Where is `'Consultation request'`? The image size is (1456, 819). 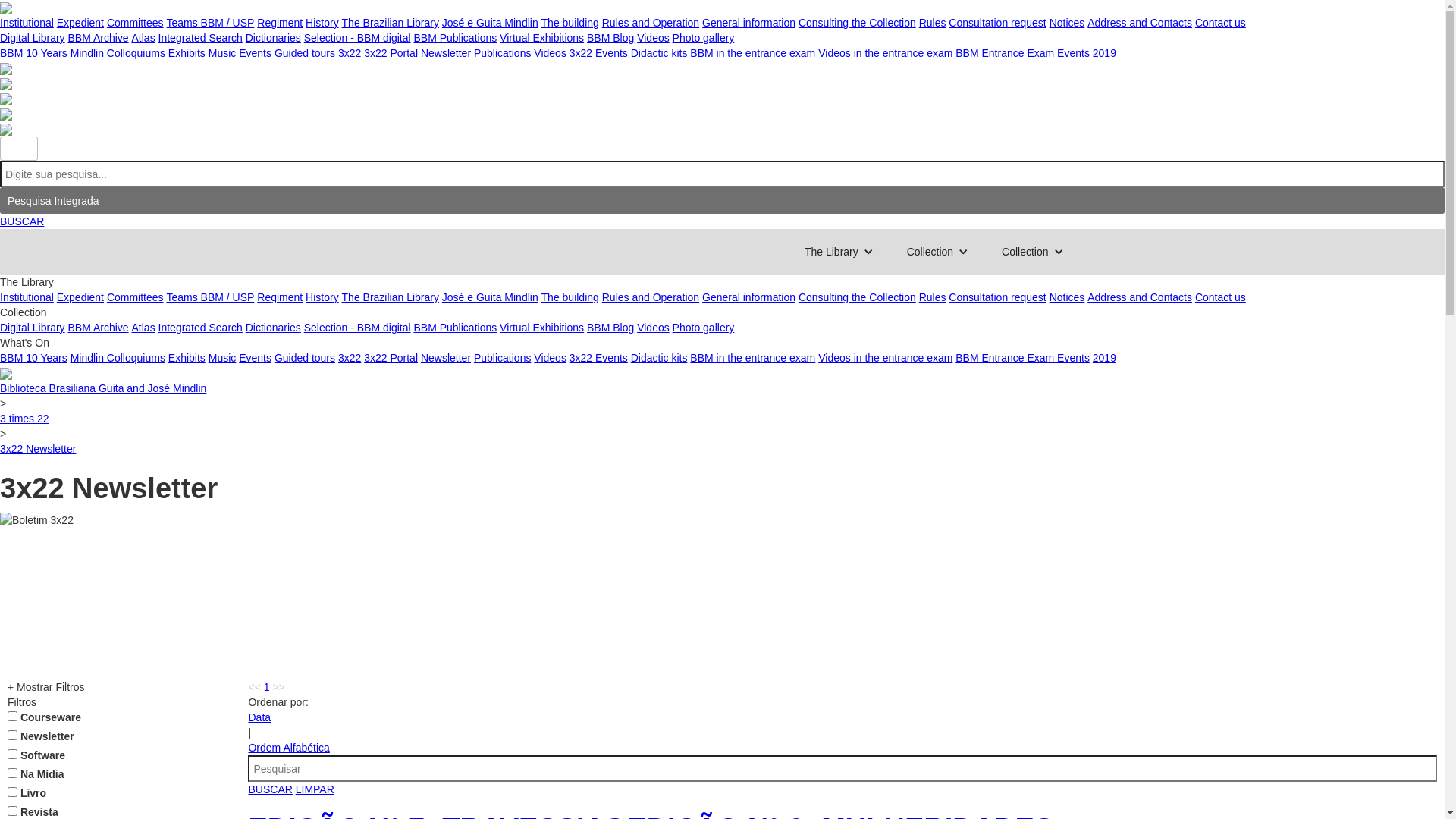
'Consultation request' is located at coordinates (997, 23).